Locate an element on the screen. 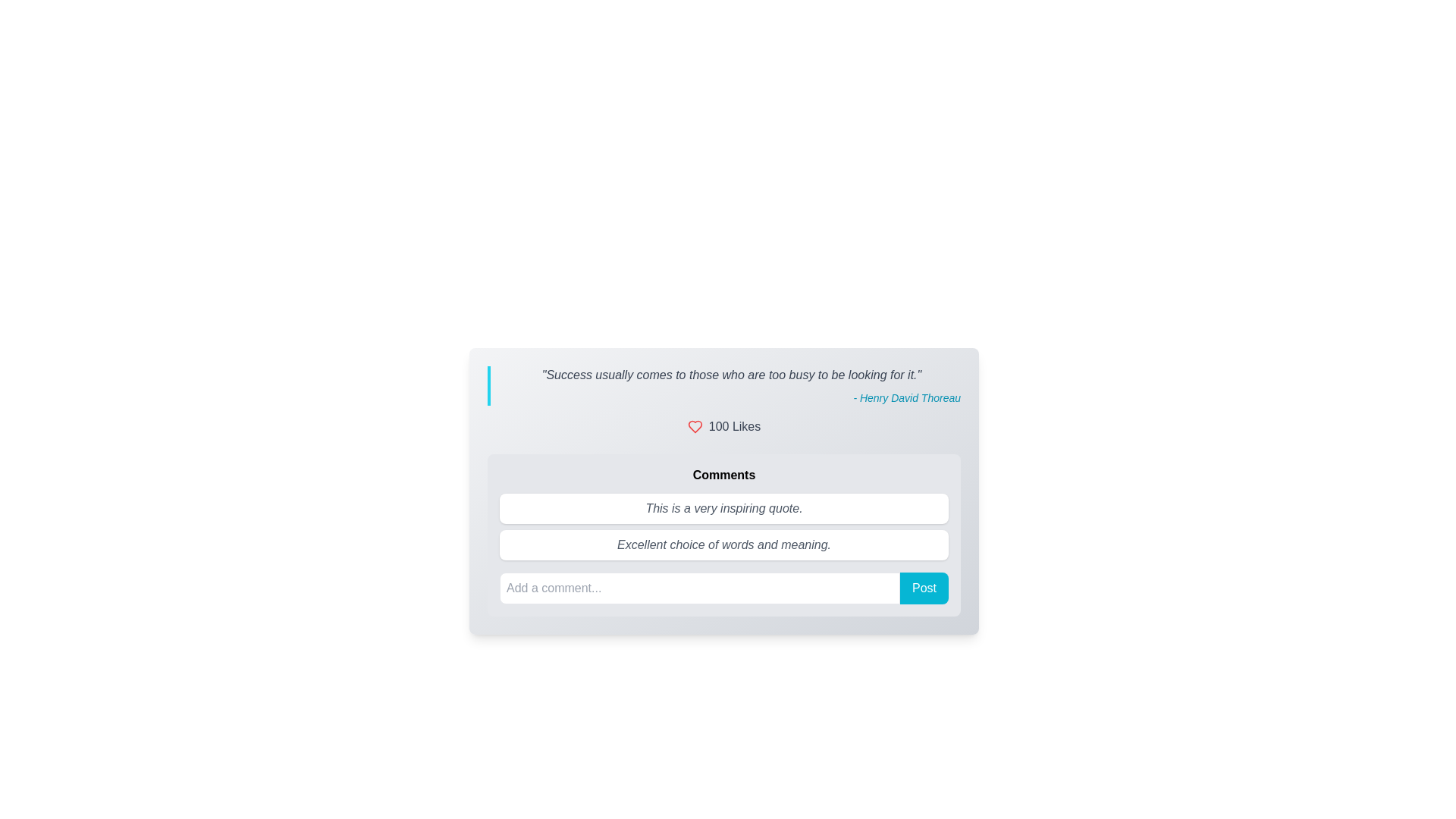 This screenshot has width=1456, height=819. the static text display containing the quote 'This is a very inspiring quote.' and the phrase 'Excellent choice of words and meaning.', which is styled in italics and positioned below the 'Comments' header is located at coordinates (723, 526).